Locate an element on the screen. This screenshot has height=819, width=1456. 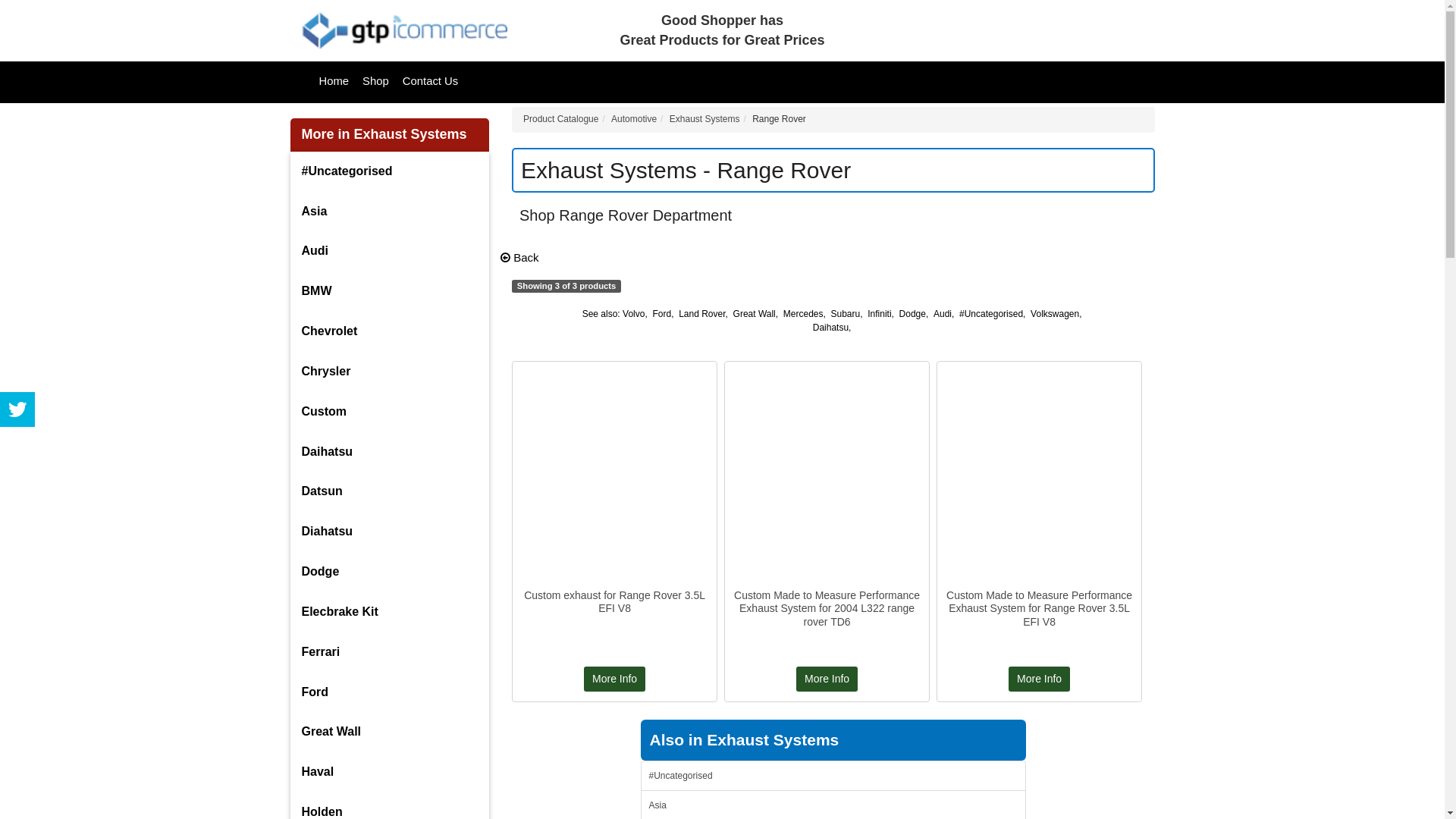
'Land Rover' is located at coordinates (701, 312).